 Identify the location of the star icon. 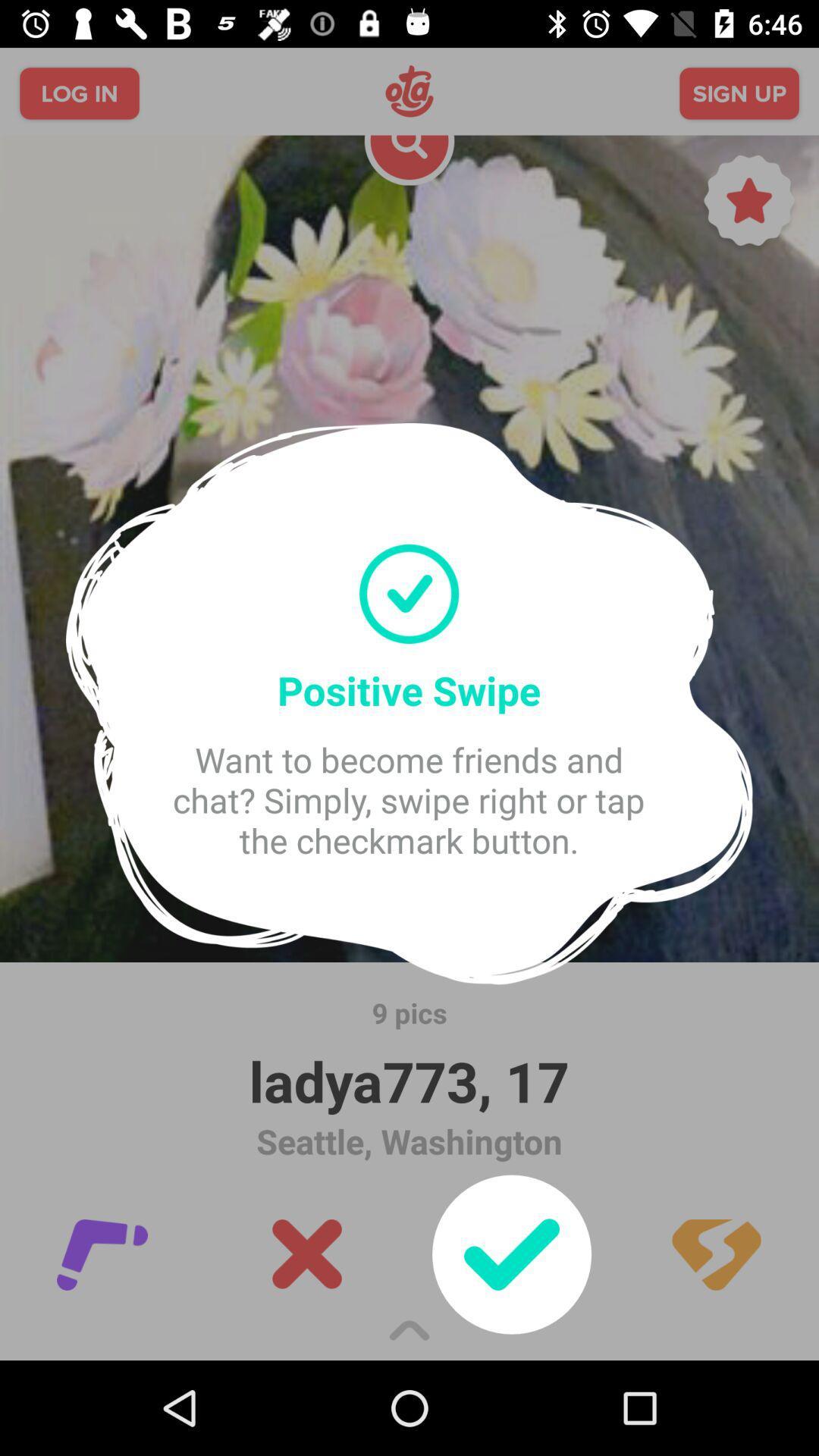
(748, 204).